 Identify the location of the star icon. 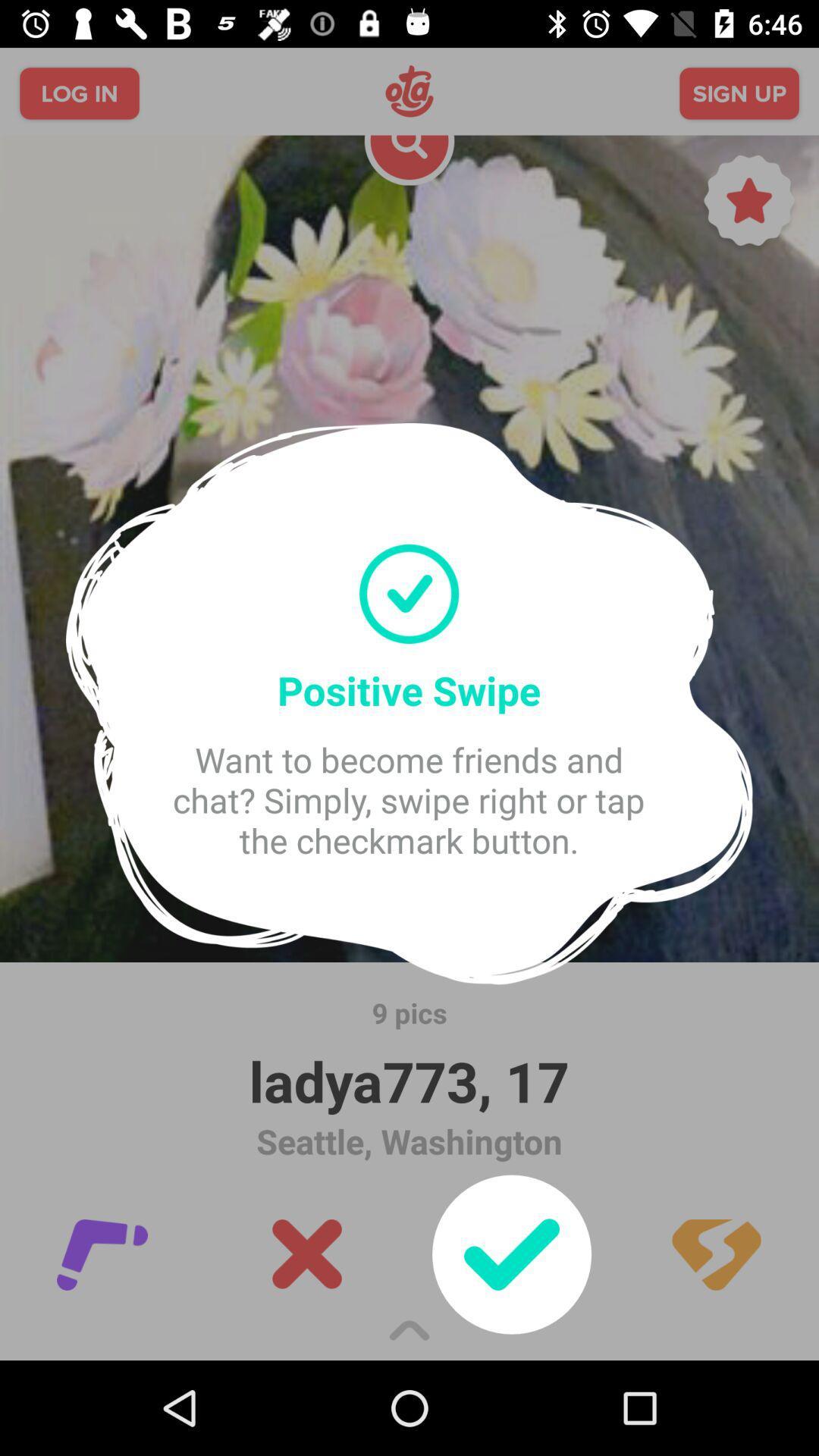
(748, 204).